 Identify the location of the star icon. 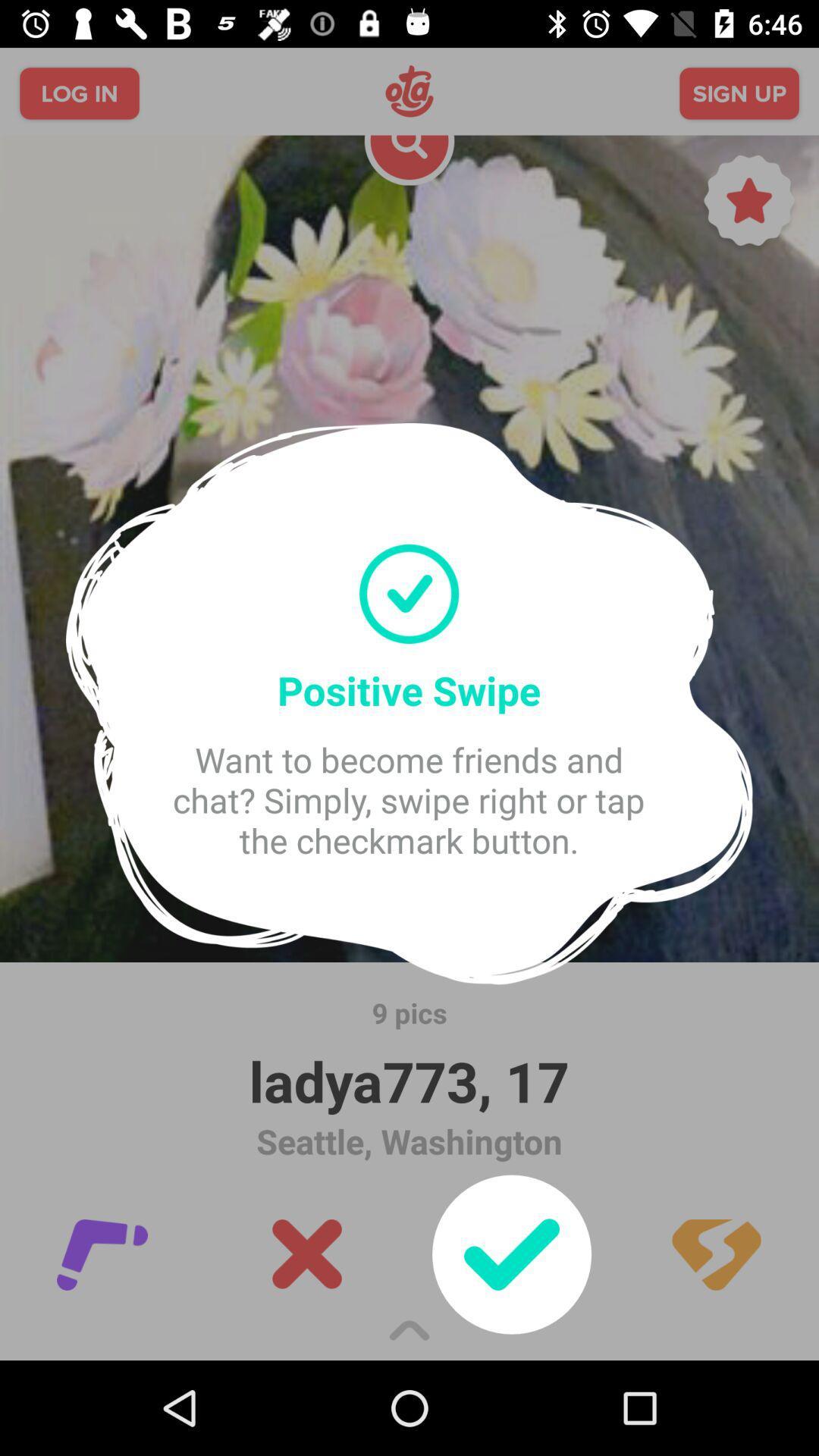
(748, 204).